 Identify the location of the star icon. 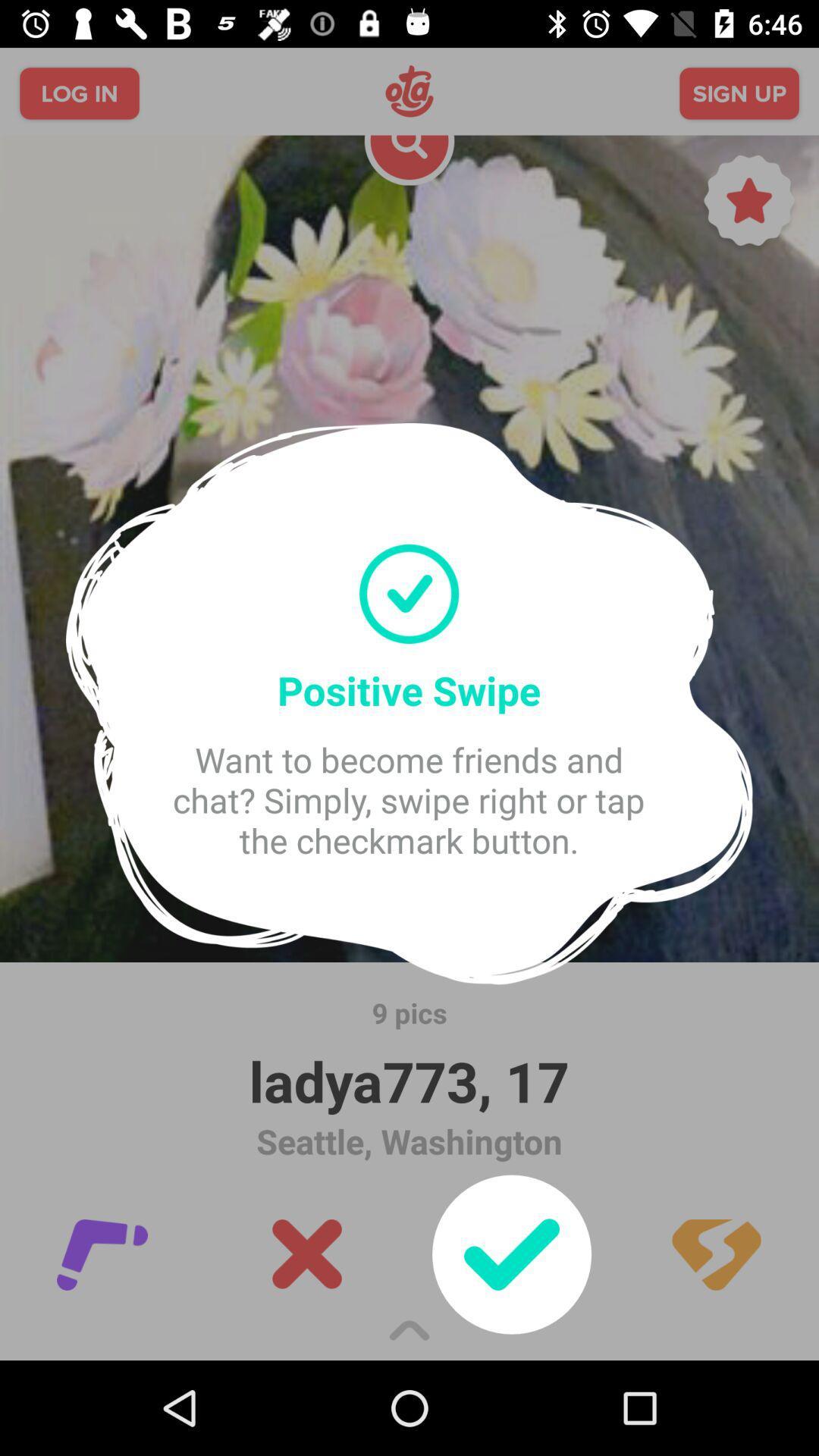
(748, 204).